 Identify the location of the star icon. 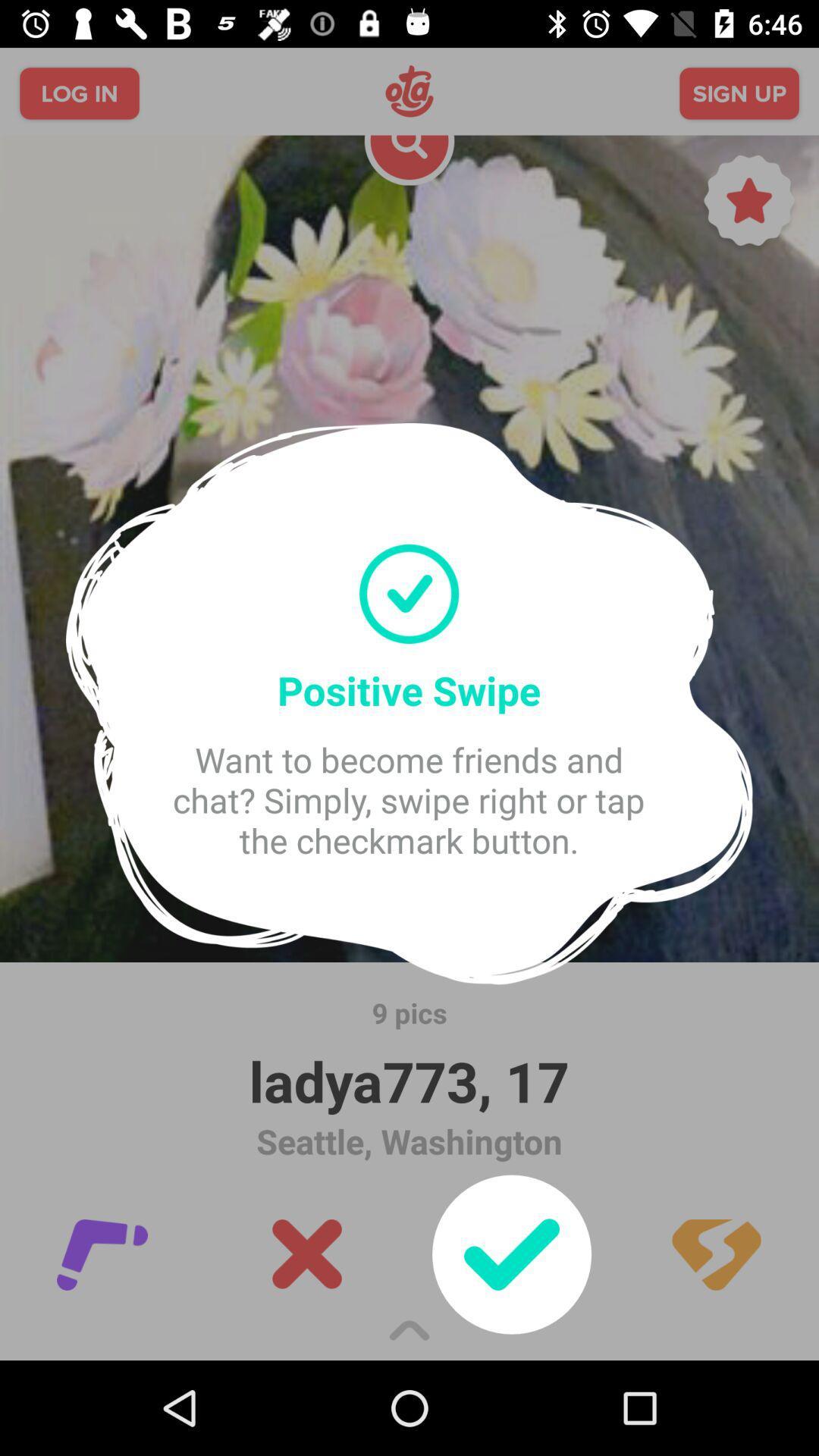
(748, 204).